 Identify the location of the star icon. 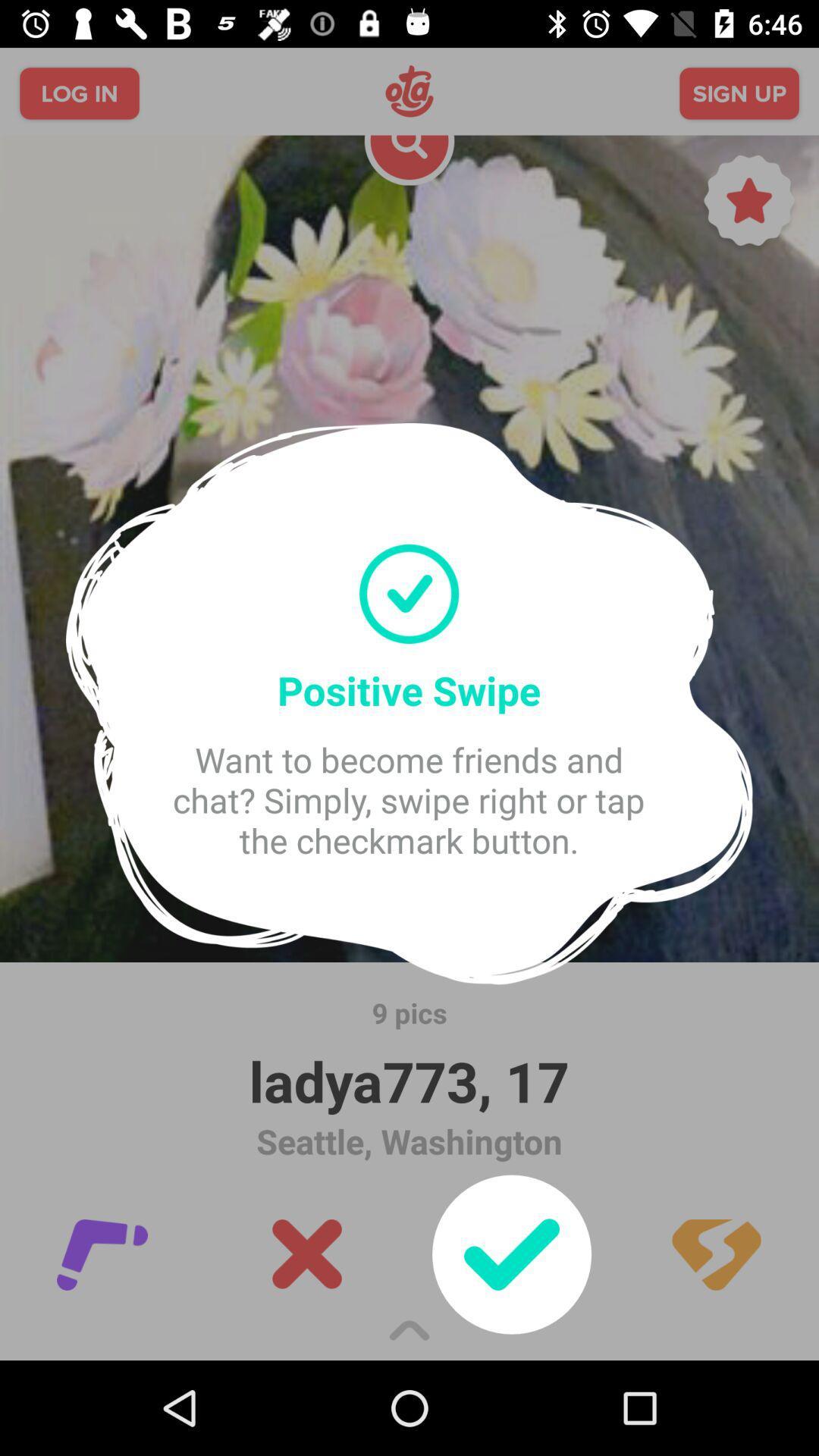
(748, 204).